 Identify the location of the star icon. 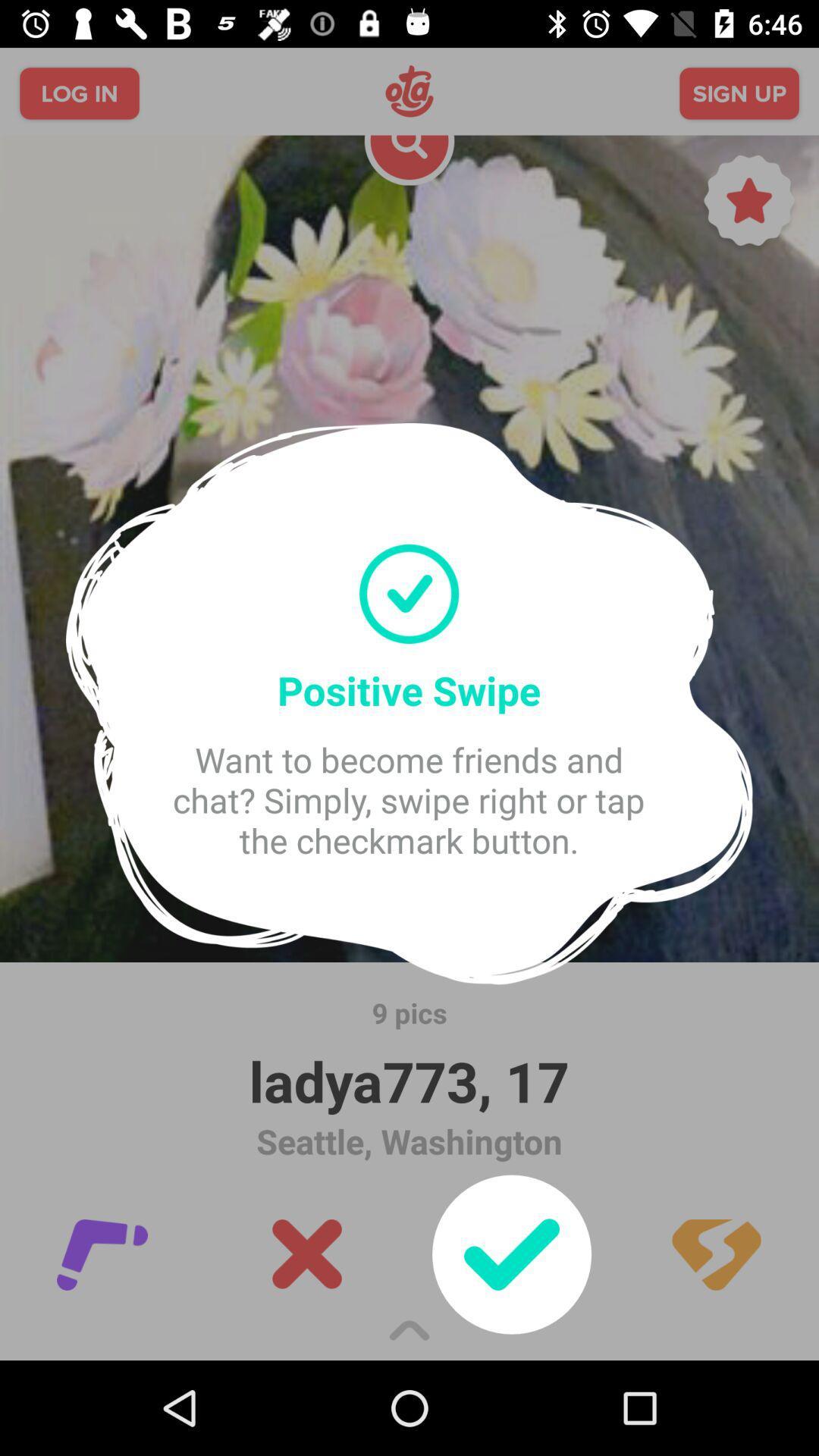
(748, 204).